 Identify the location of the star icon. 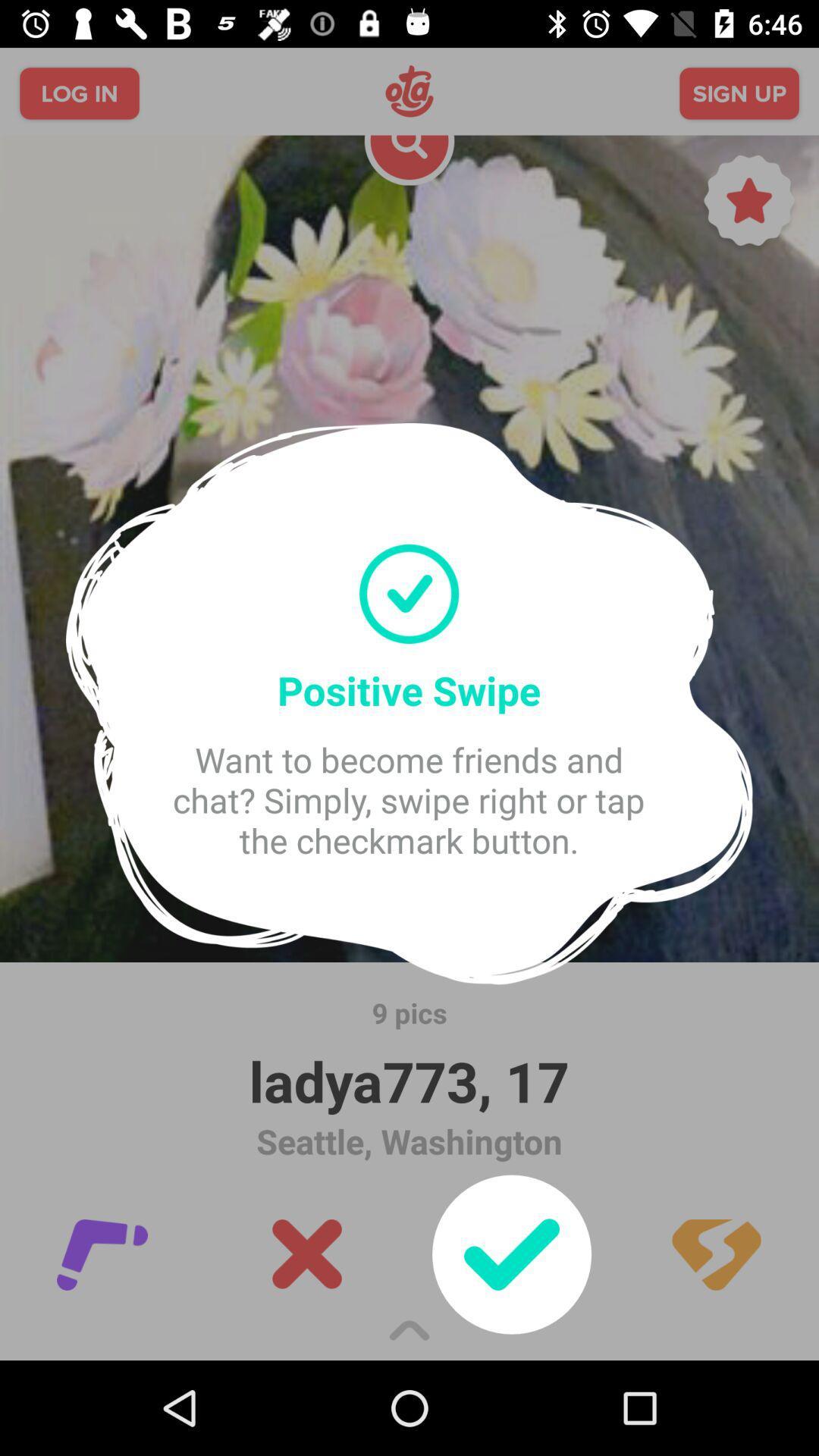
(748, 204).